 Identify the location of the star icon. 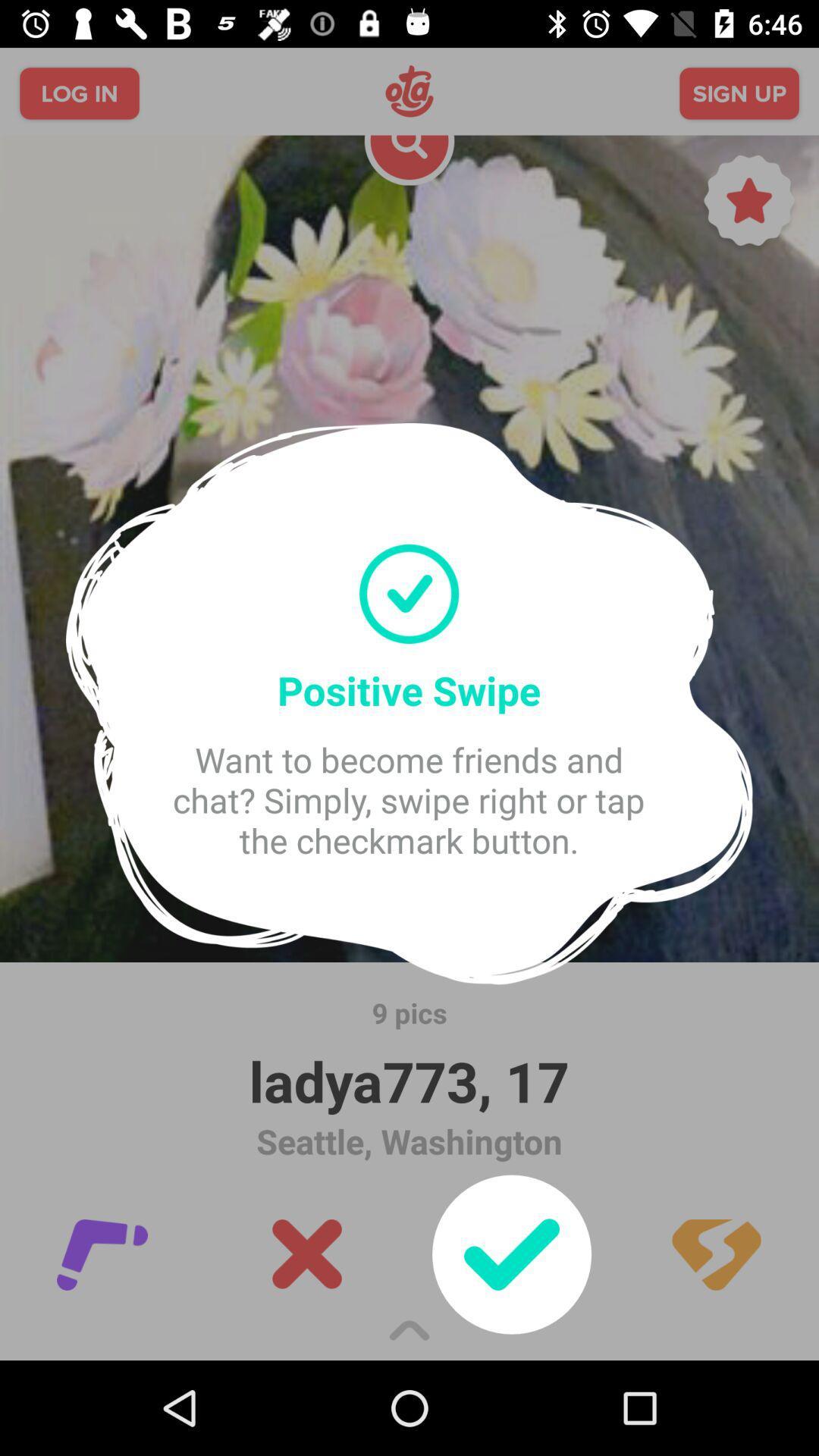
(748, 204).